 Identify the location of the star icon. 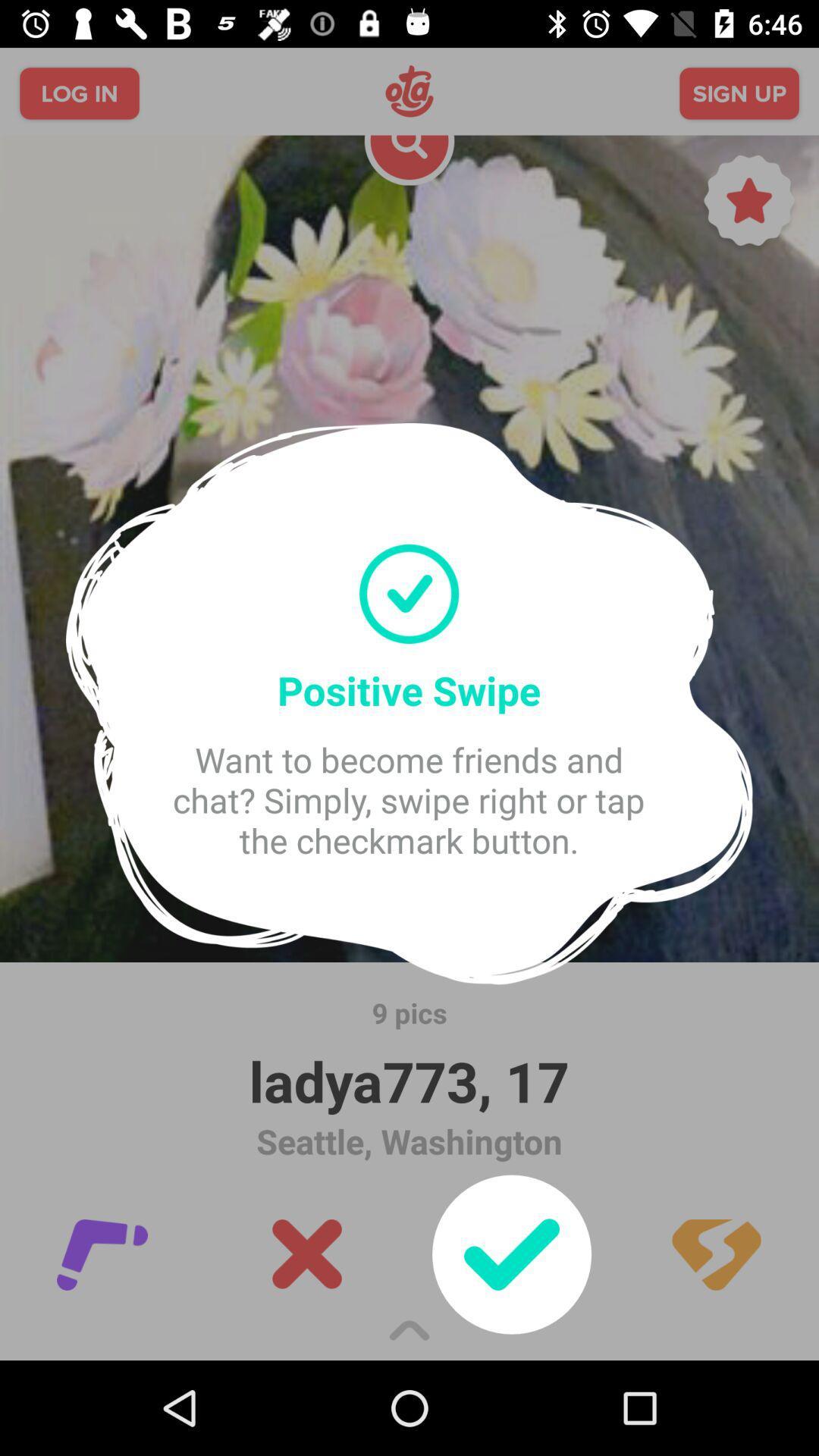
(748, 204).